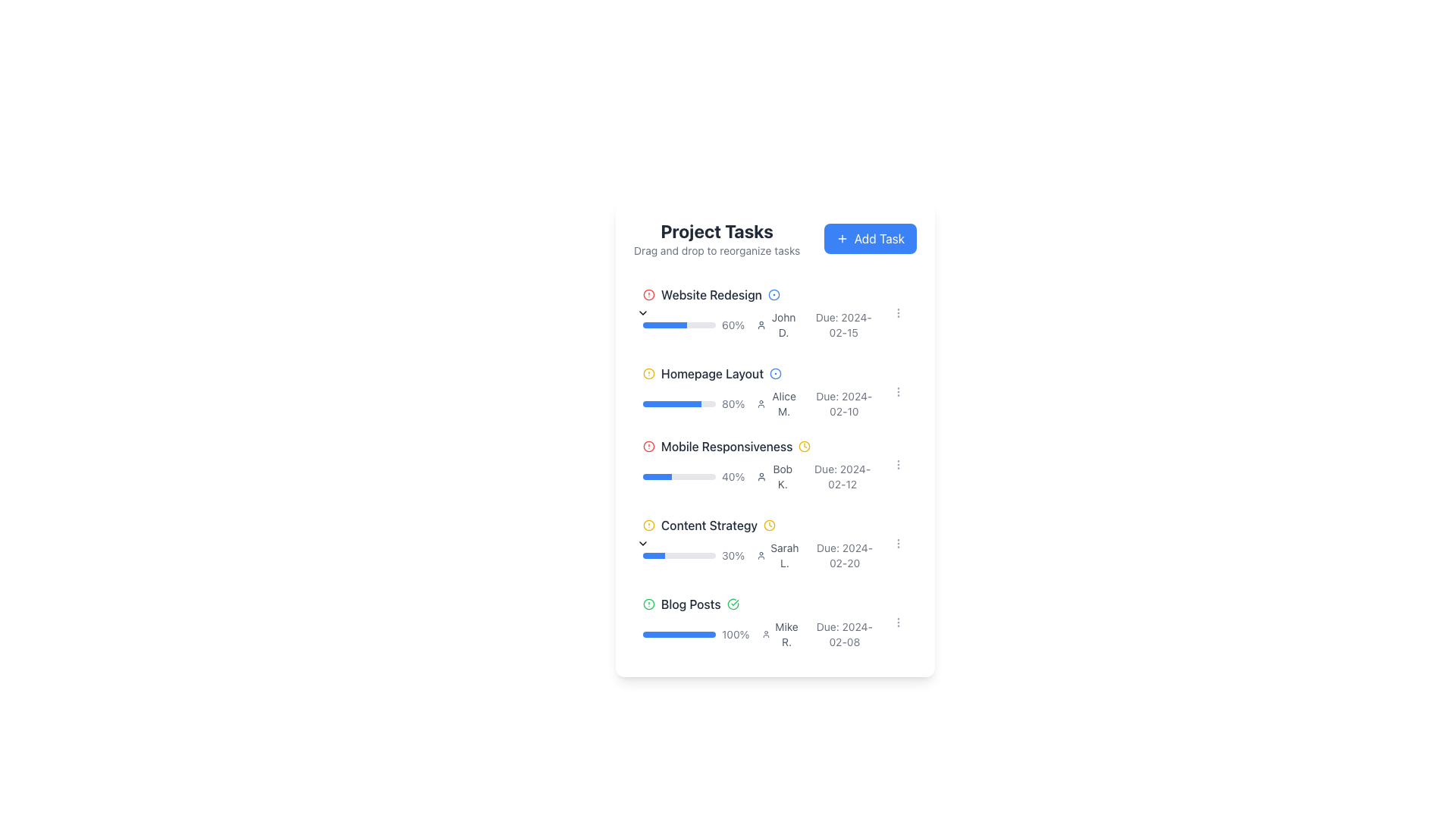 The image size is (1456, 819). Describe the element at coordinates (654, 555) in the screenshot. I see `the progress indicator that visually represents 30% completion, located on the same horizontal level as the 'Content Strategy' bar` at that location.